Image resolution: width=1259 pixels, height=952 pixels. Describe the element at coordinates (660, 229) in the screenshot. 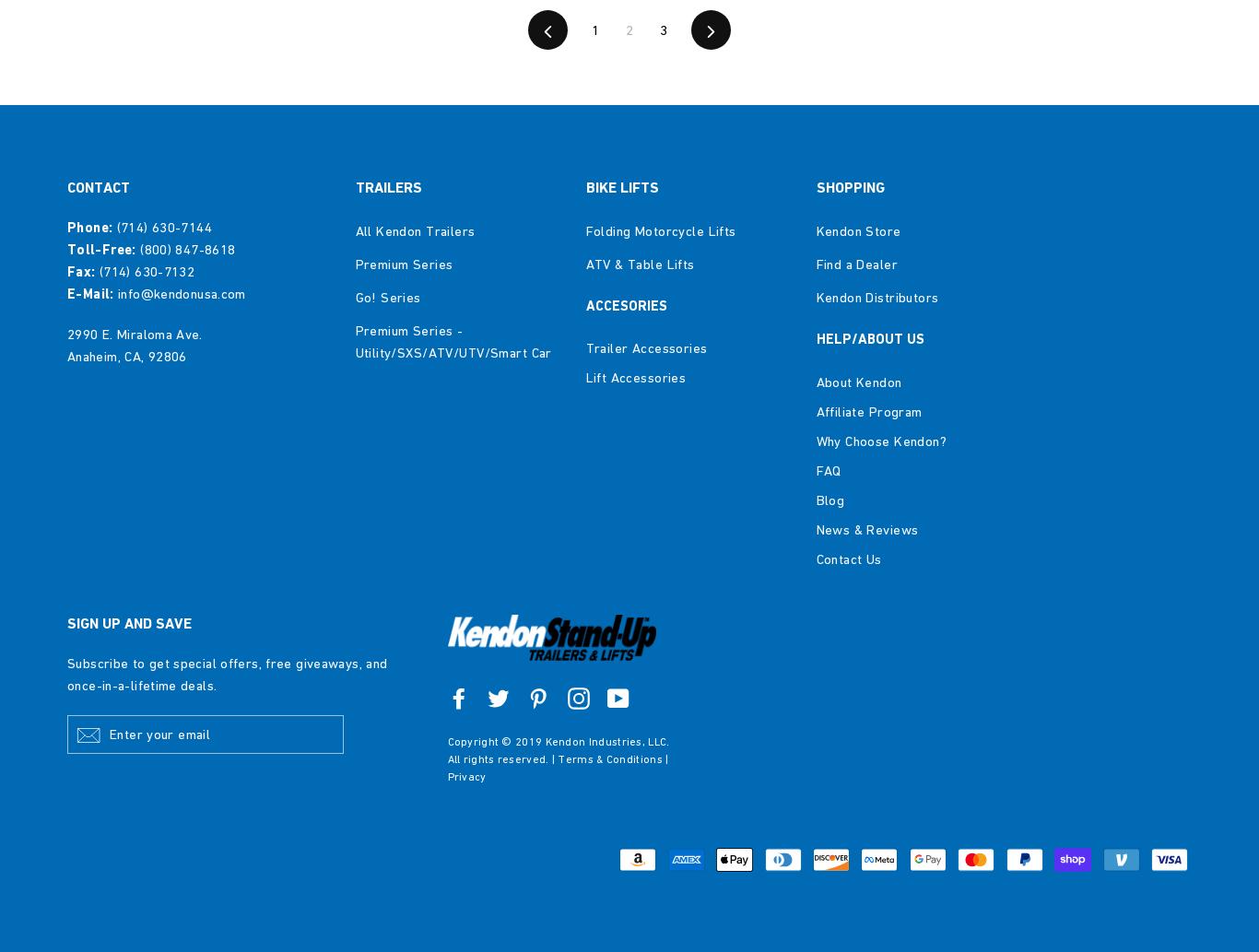

I see `'Folding Motorcycle Lifts'` at that location.